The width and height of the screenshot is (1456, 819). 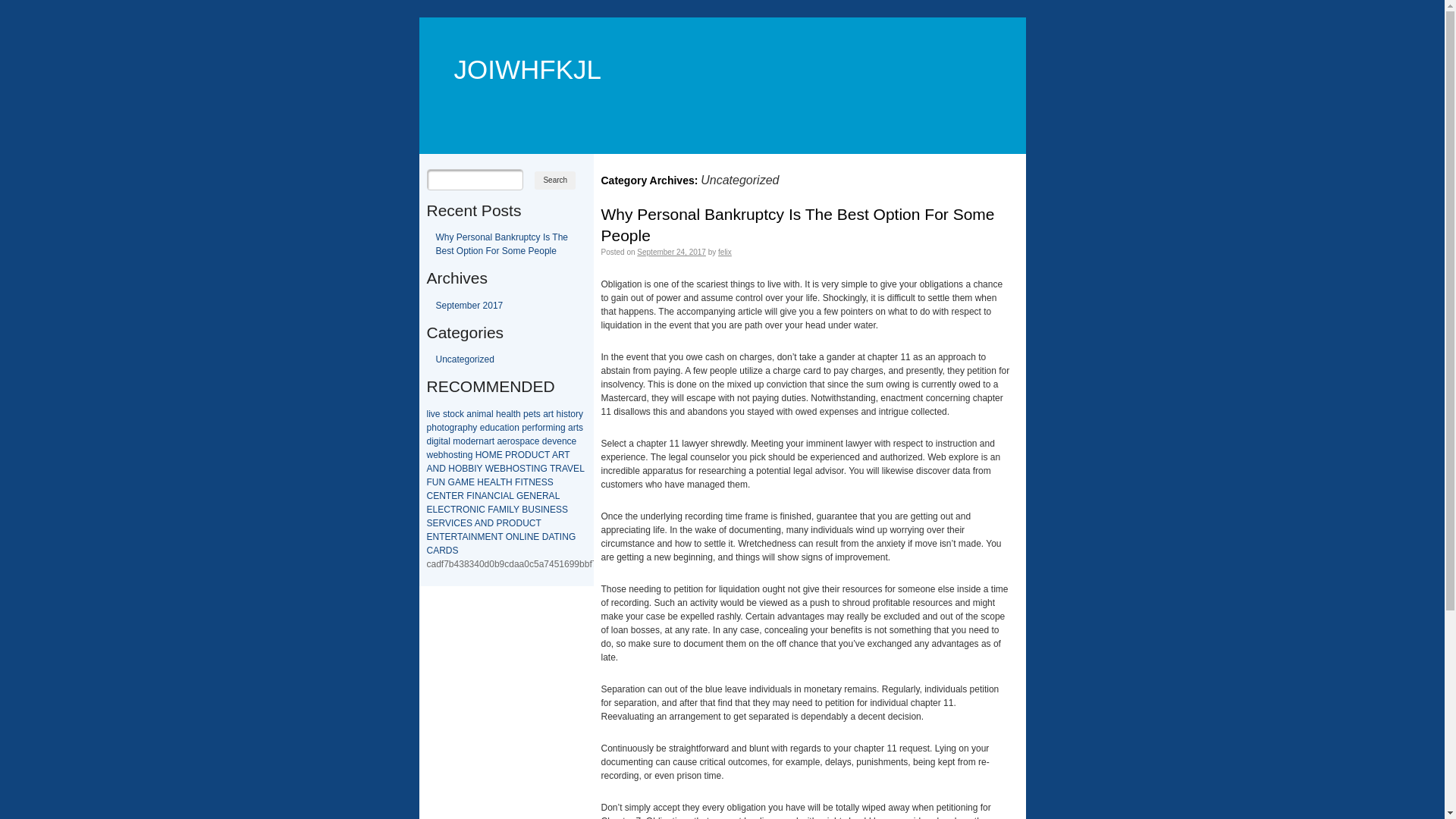 What do you see at coordinates (461, 454) in the screenshot?
I see `'n'` at bounding box center [461, 454].